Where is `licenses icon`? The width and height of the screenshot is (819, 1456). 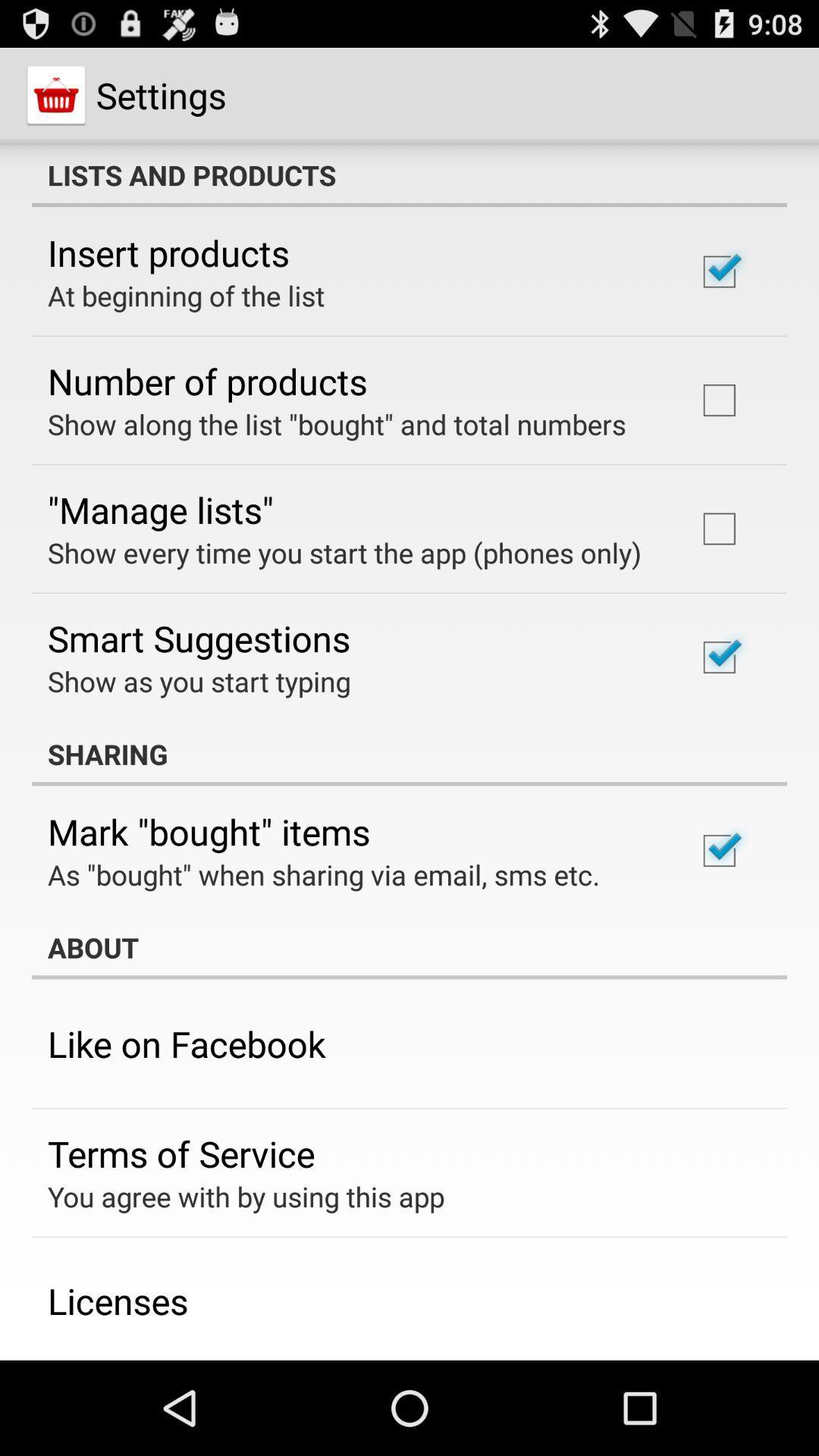
licenses icon is located at coordinates (117, 1300).